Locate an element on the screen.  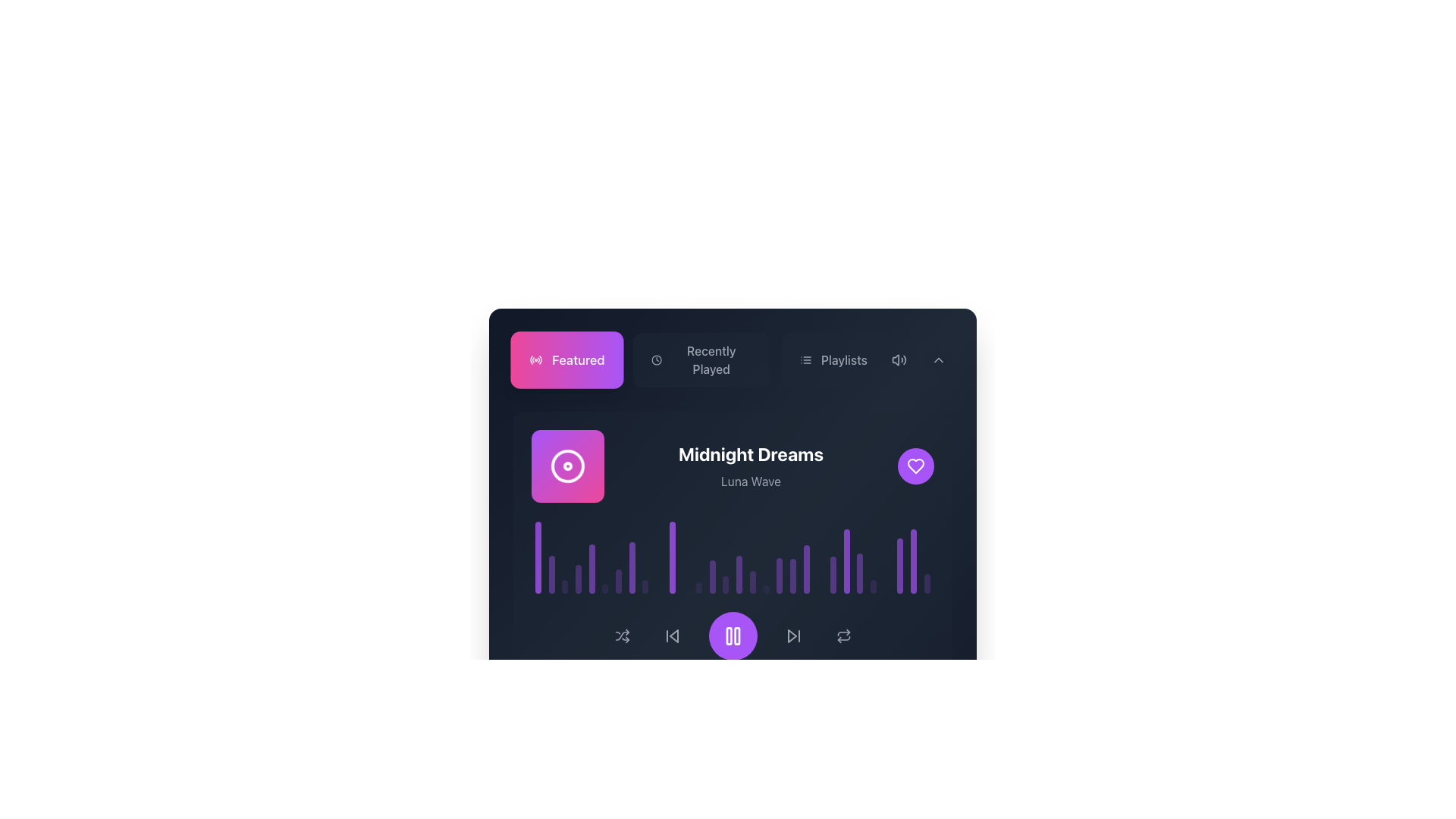
the third Graphical Equalizer Bar in the visual equalizer display is located at coordinates (564, 586).